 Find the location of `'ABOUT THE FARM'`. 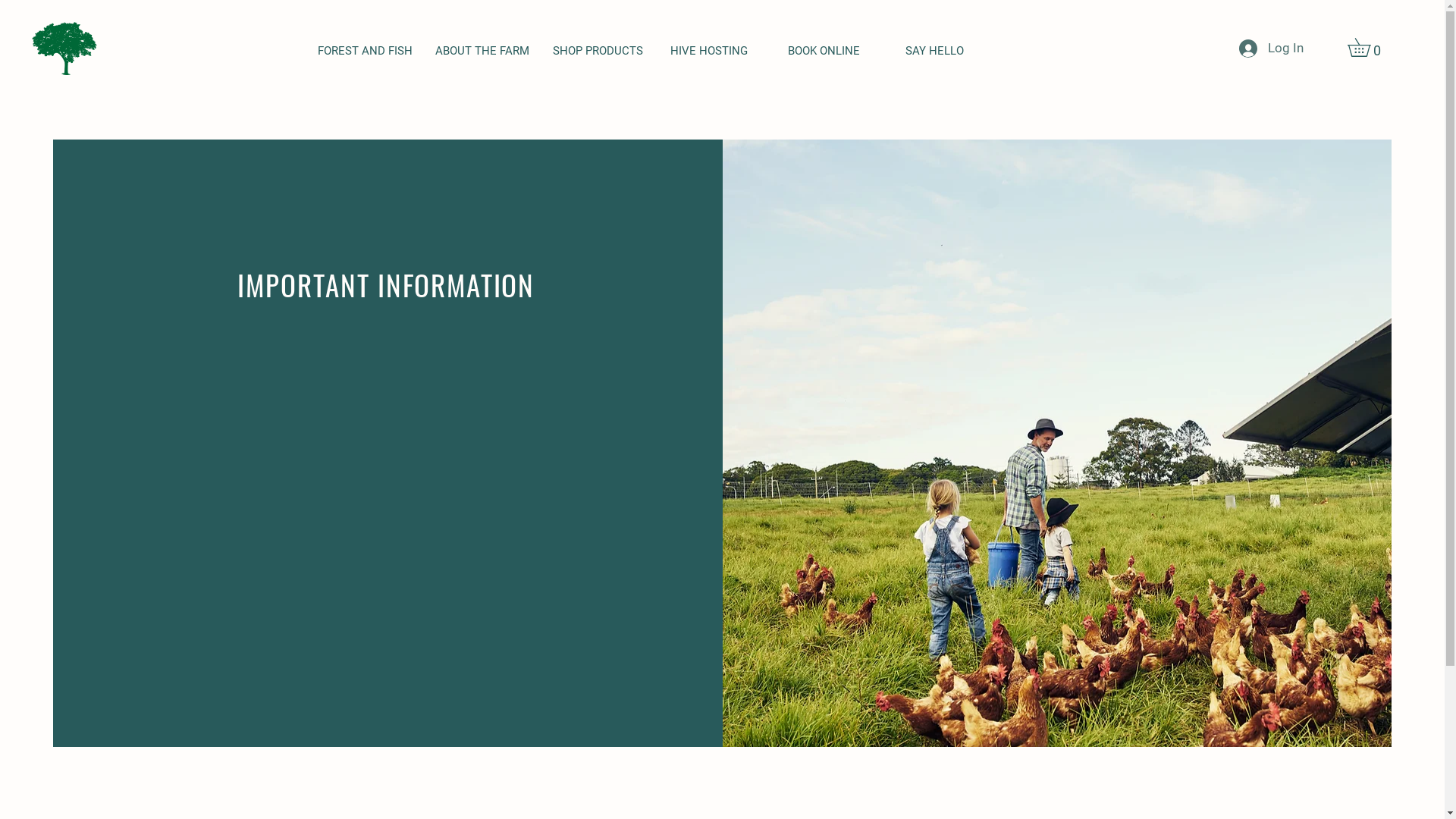

'ABOUT THE FARM' is located at coordinates (481, 50).